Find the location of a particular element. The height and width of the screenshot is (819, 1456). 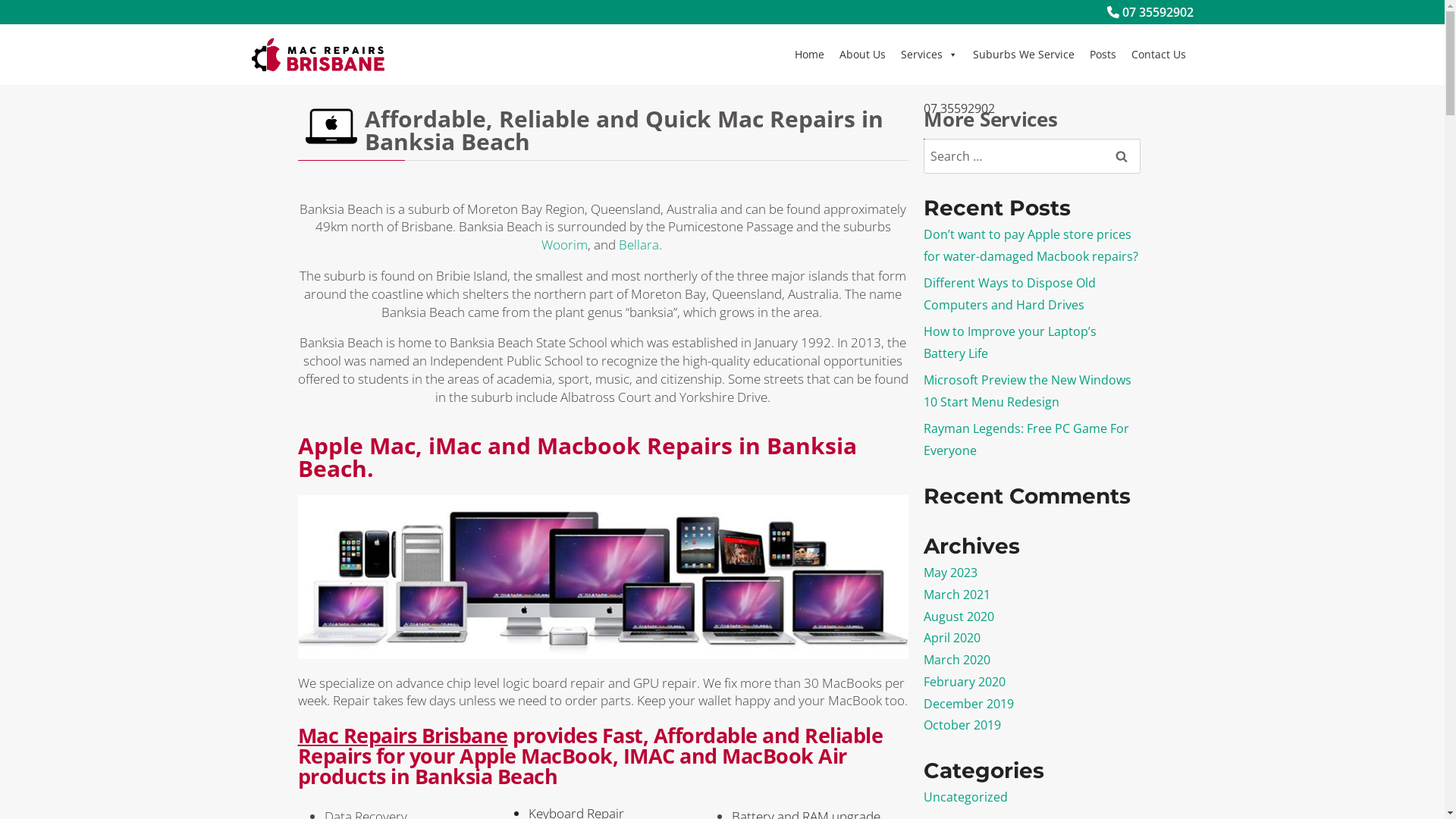

'Posts' is located at coordinates (1102, 54).